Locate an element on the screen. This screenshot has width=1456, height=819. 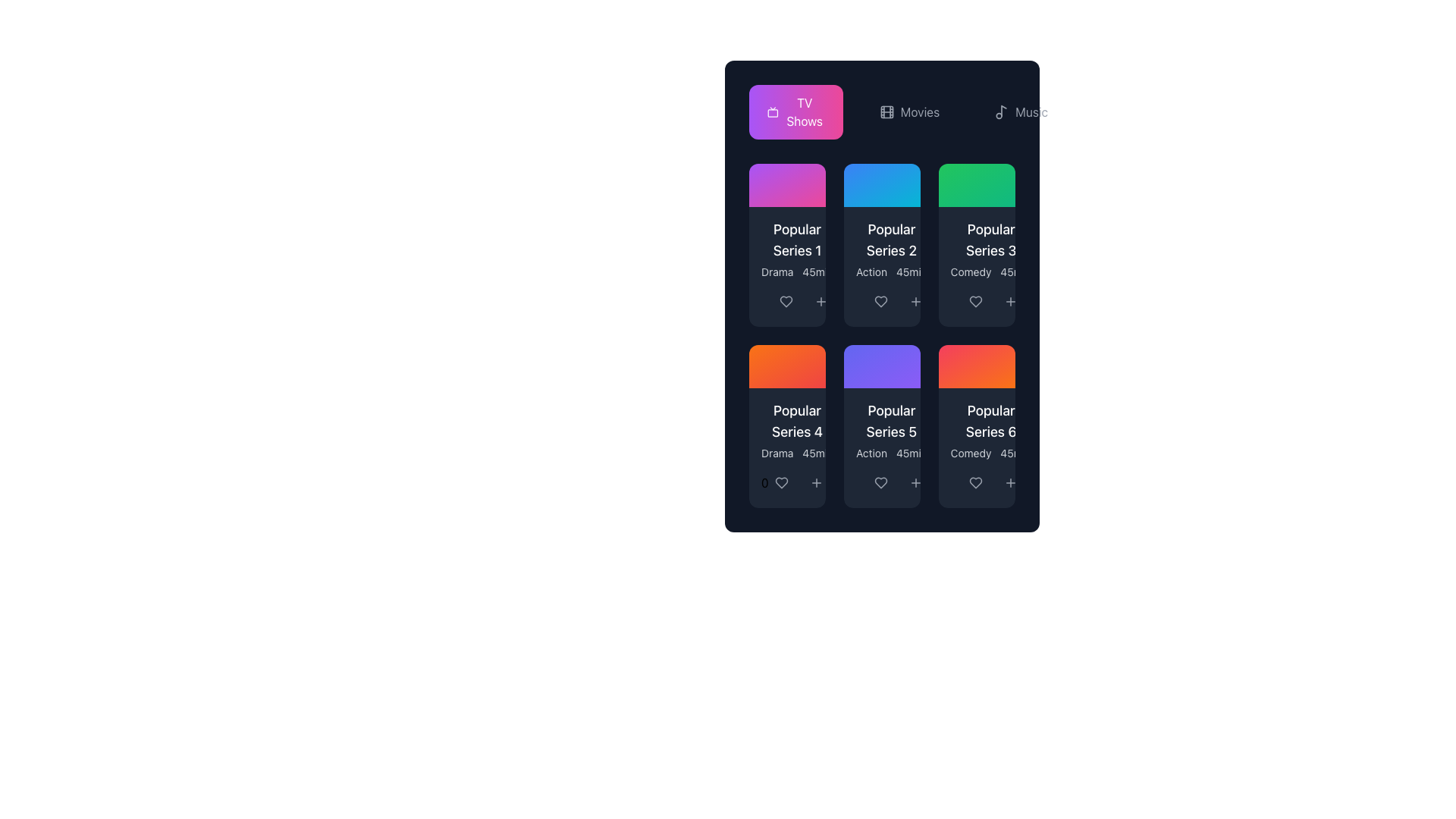
the first button in the navigation group that links to the TV Shows section is located at coordinates (795, 111).